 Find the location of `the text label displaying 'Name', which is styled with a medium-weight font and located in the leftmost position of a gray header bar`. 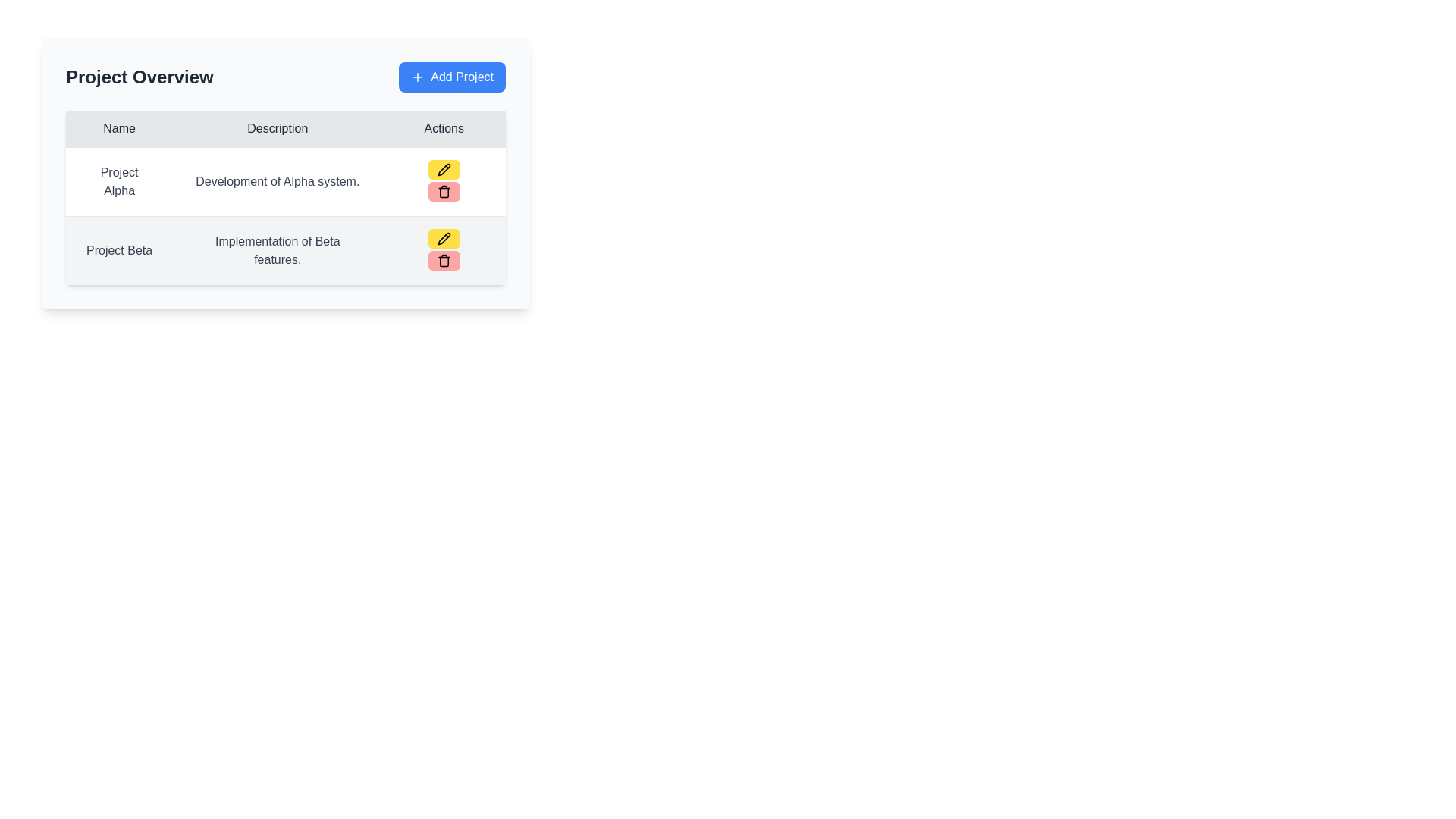

the text label displaying 'Name', which is styled with a medium-weight font and located in the leftmost position of a gray header bar is located at coordinates (118, 128).